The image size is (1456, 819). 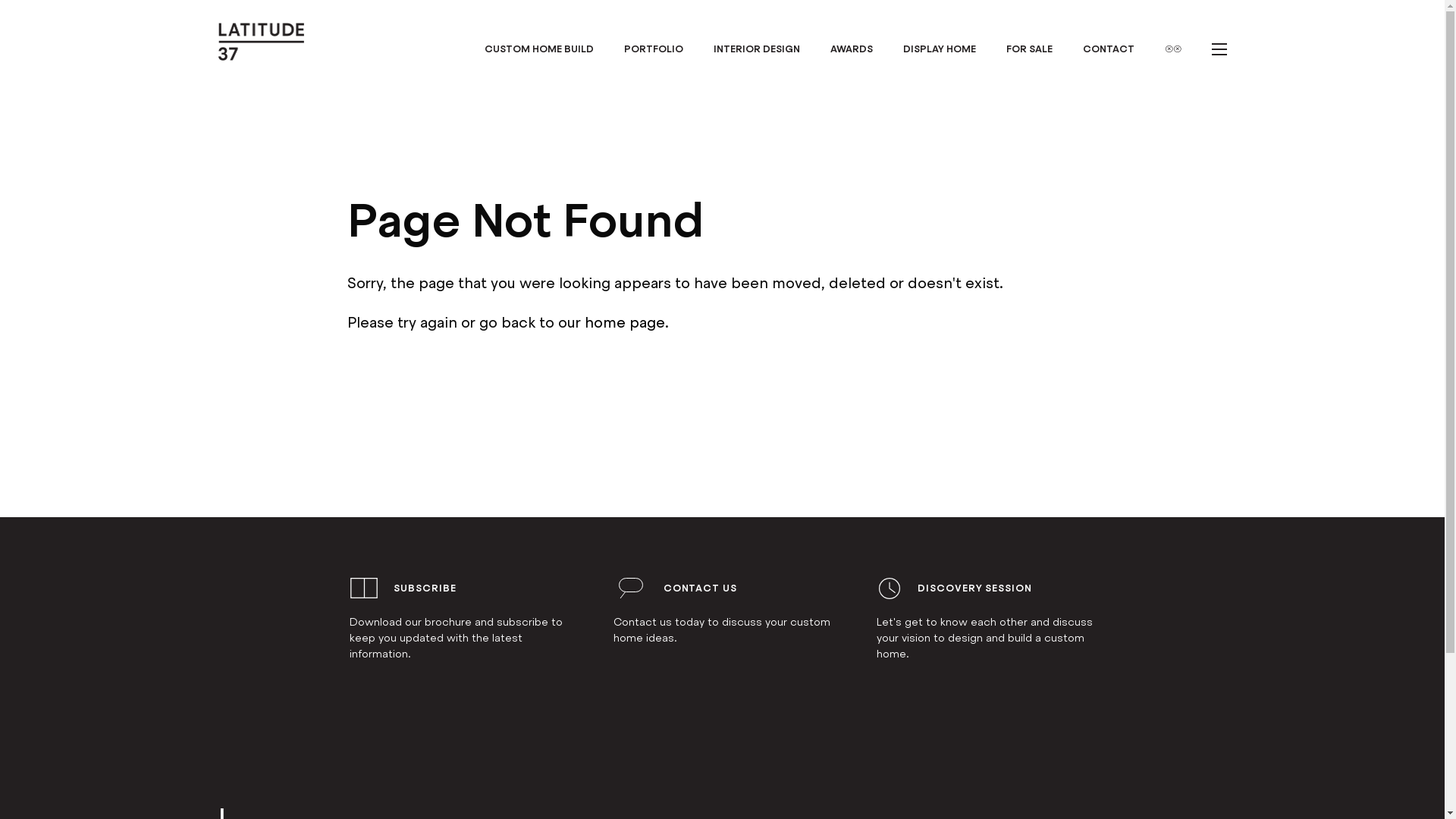 What do you see at coordinates (582, 322) in the screenshot?
I see `'home page'` at bounding box center [582, 322].